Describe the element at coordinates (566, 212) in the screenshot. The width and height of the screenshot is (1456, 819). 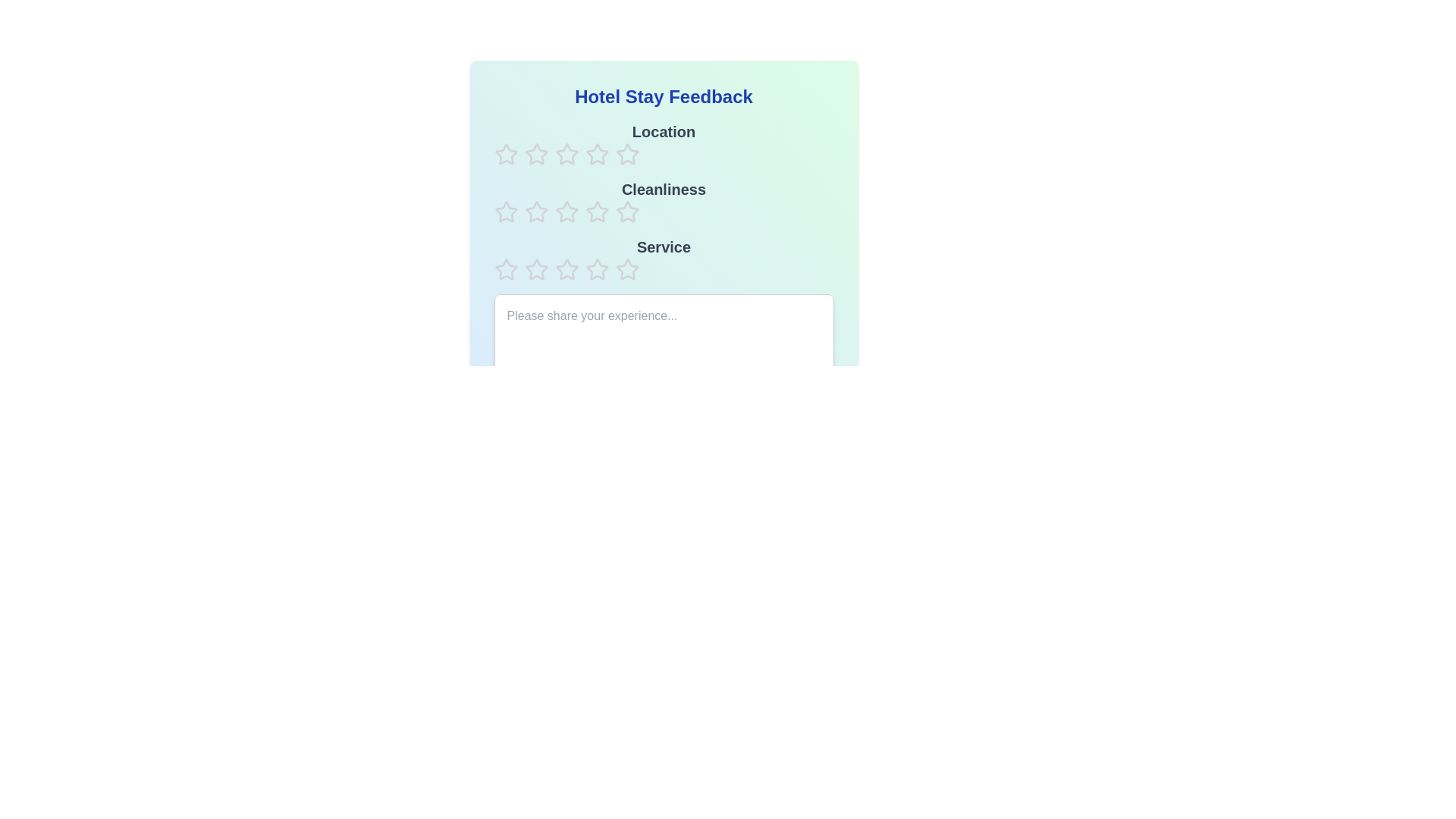
I see `the fourth star in the 'Cleanliness' row` at that location.